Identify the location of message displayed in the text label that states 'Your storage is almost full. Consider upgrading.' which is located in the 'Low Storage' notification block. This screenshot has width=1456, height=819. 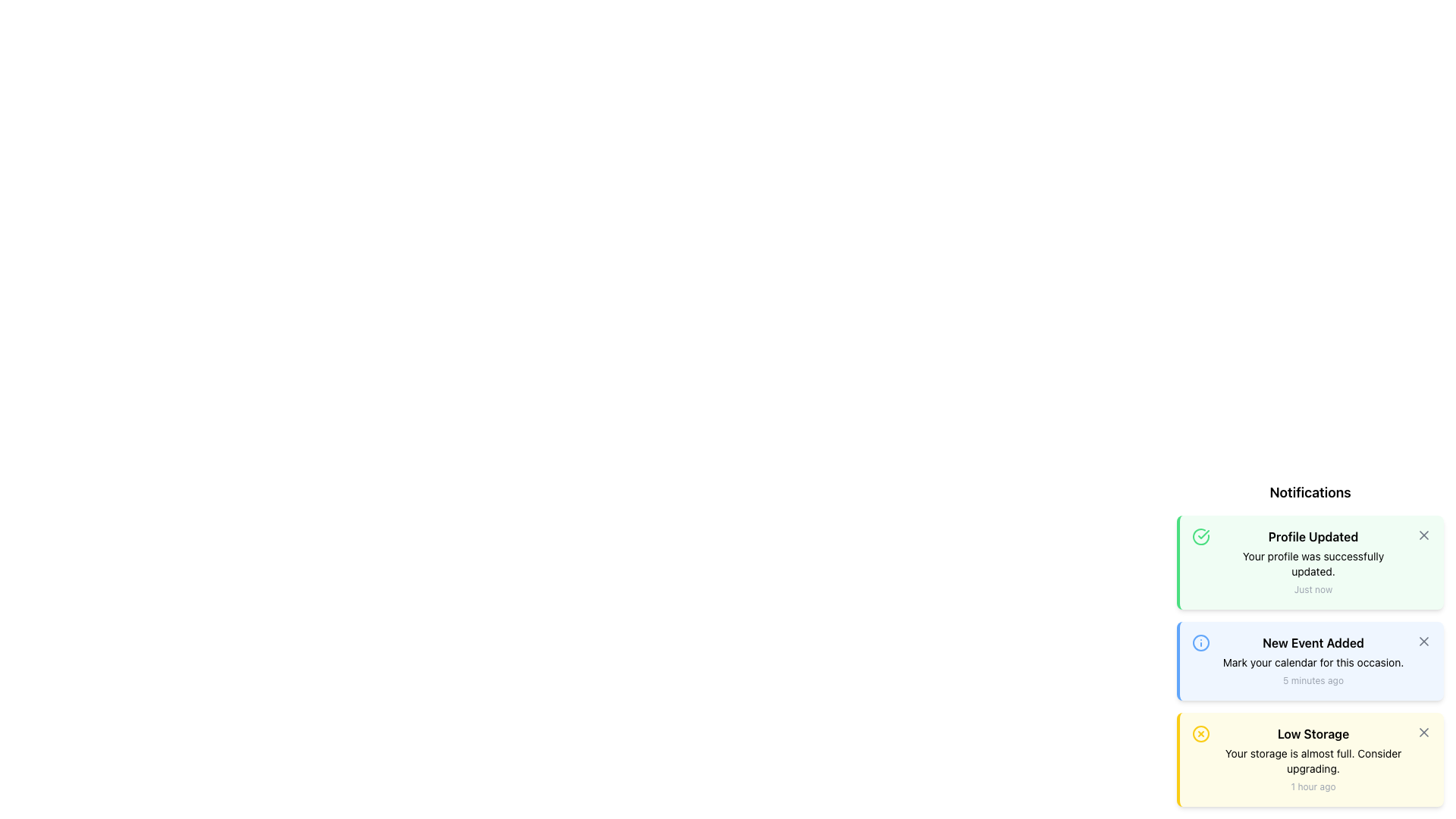
(1313, 761).